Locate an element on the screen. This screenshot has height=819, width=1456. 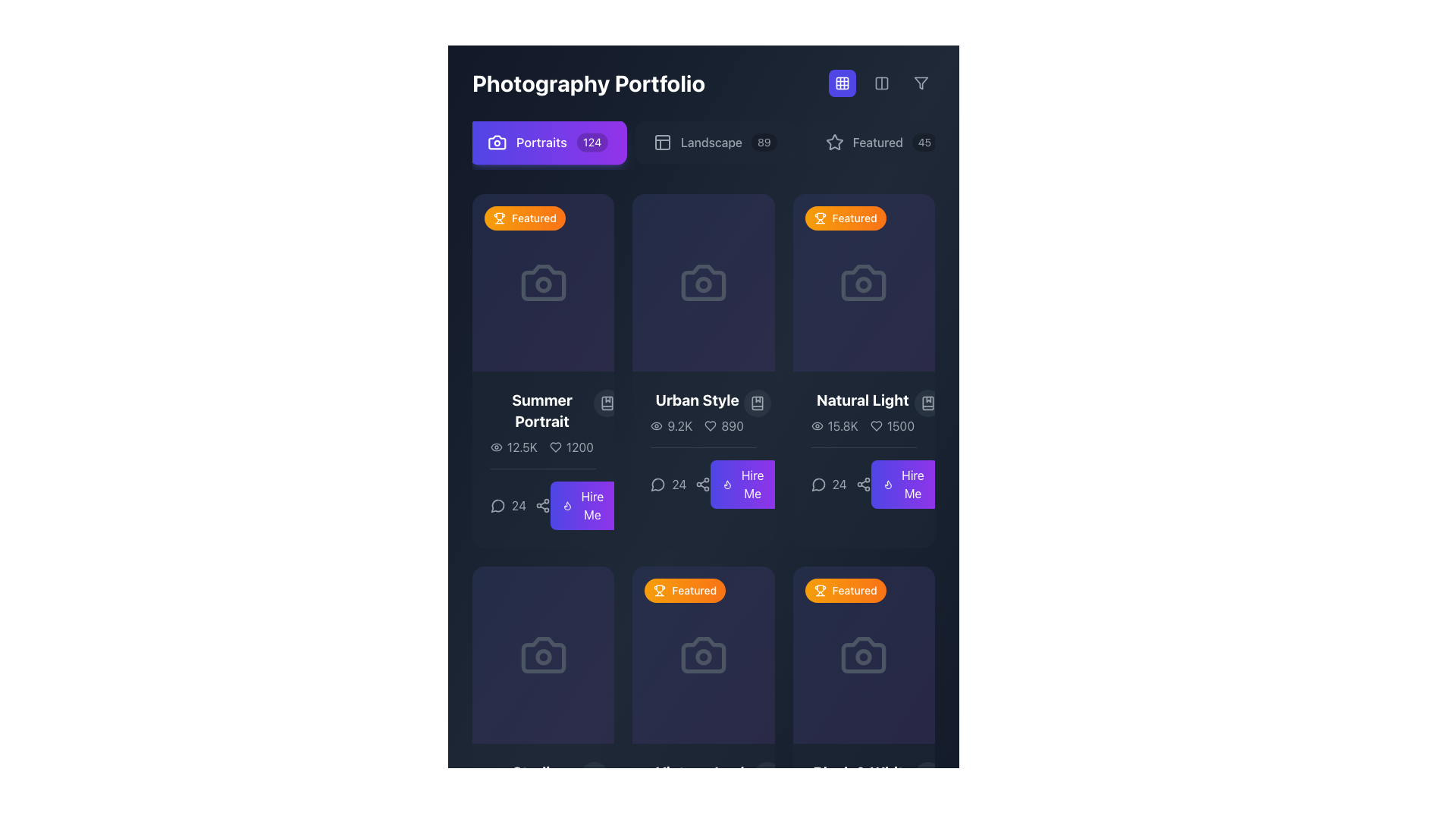
the heart-shaped icon representing the 'like' or 'favorite' functionality, which is positioned to the left of the numeric text '1200' under the title 'Summer Portrait' is located at coordinates (554, 447).